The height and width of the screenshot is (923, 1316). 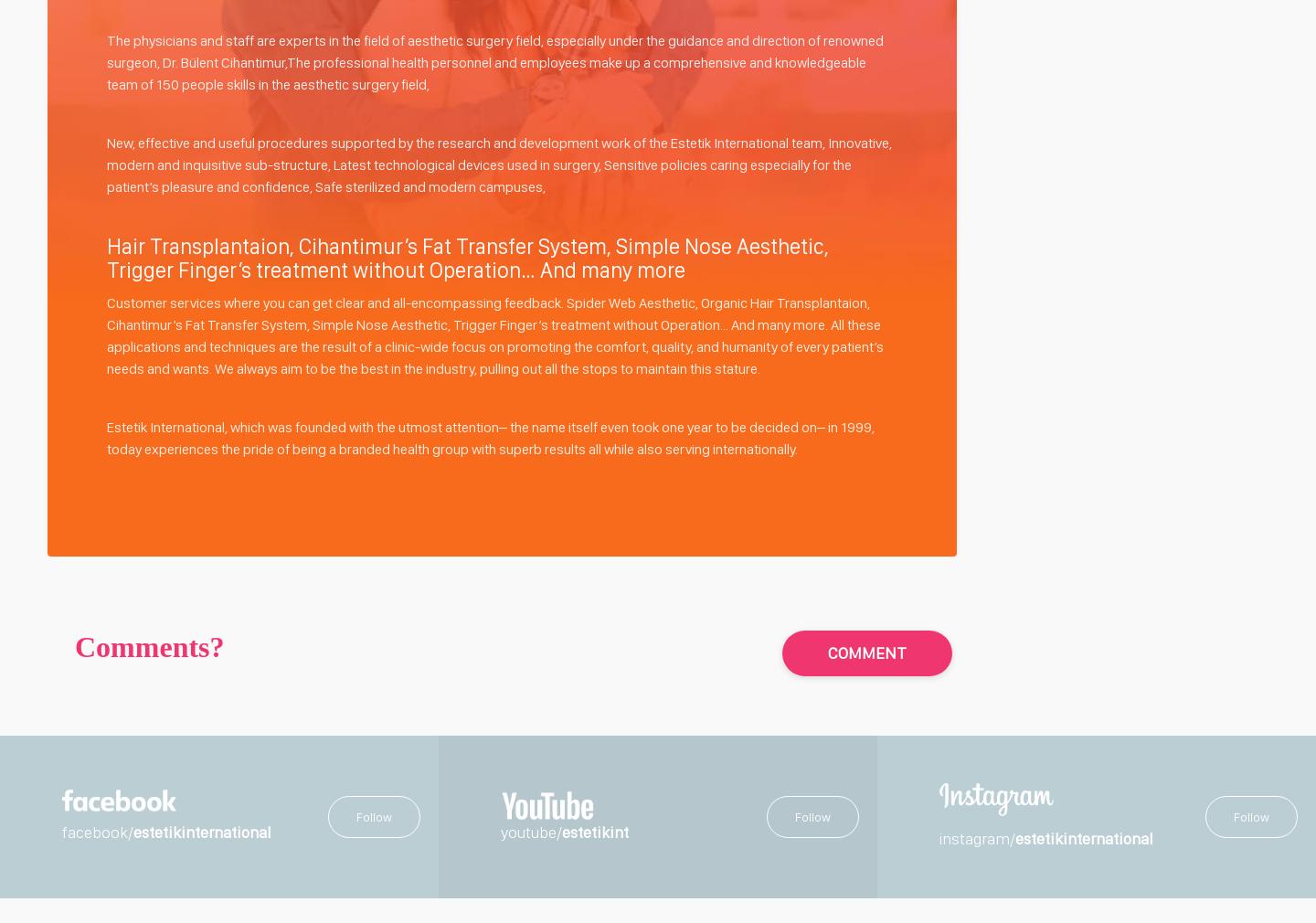 What do you see at coordinates (489, 437) in the screenshot?
I see `'Estetik International, which was founded with the utmost attention– the name itself even took one year to be decided on– in 1999, today experiences the pride of being a branded health group with superb results all while also serving internationally.'` at bounding box center [489, 437].